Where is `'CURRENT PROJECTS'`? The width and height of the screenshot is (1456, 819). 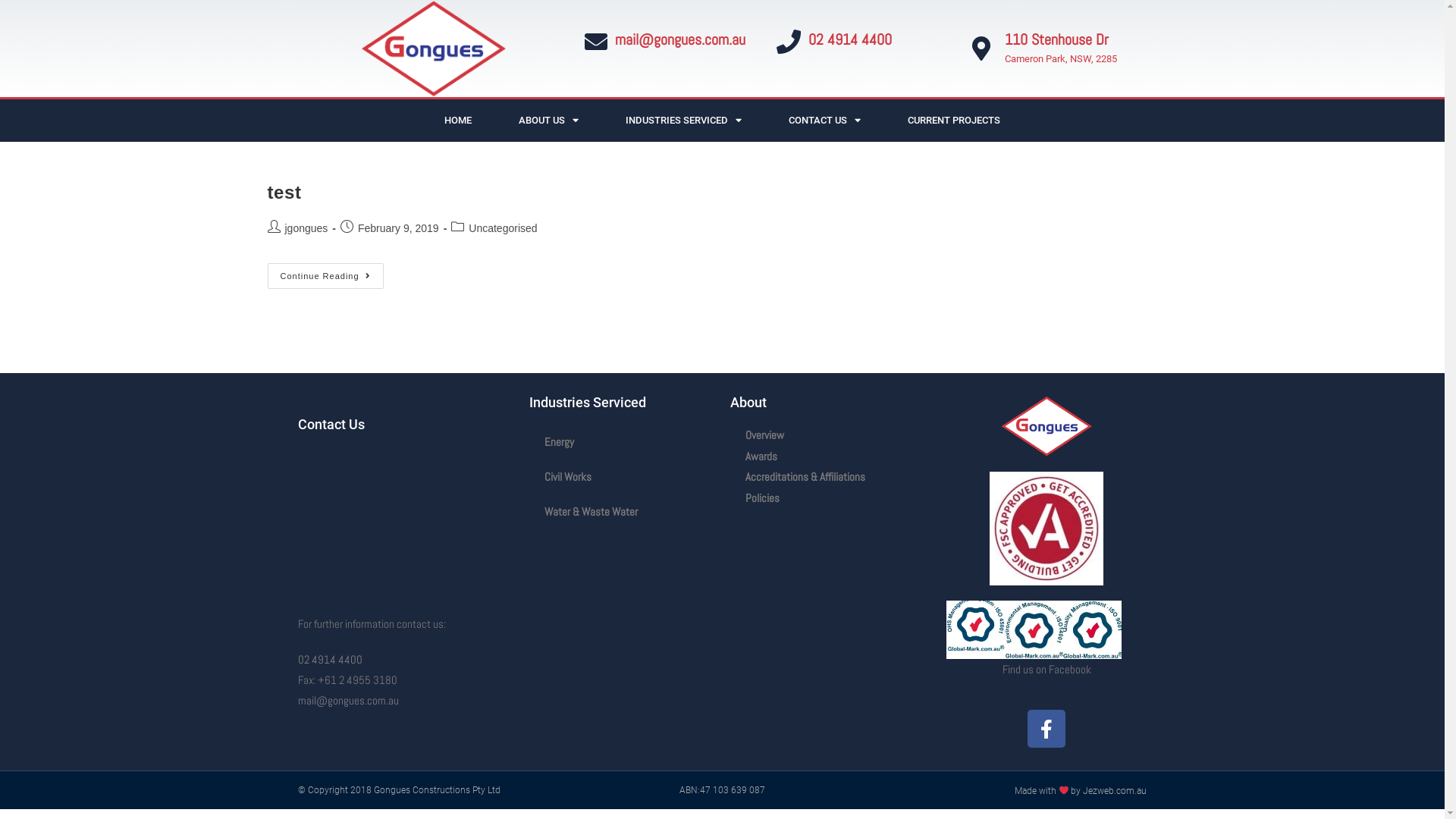
'CURRENT PROJECTS' is located at coordinates (952, 119).